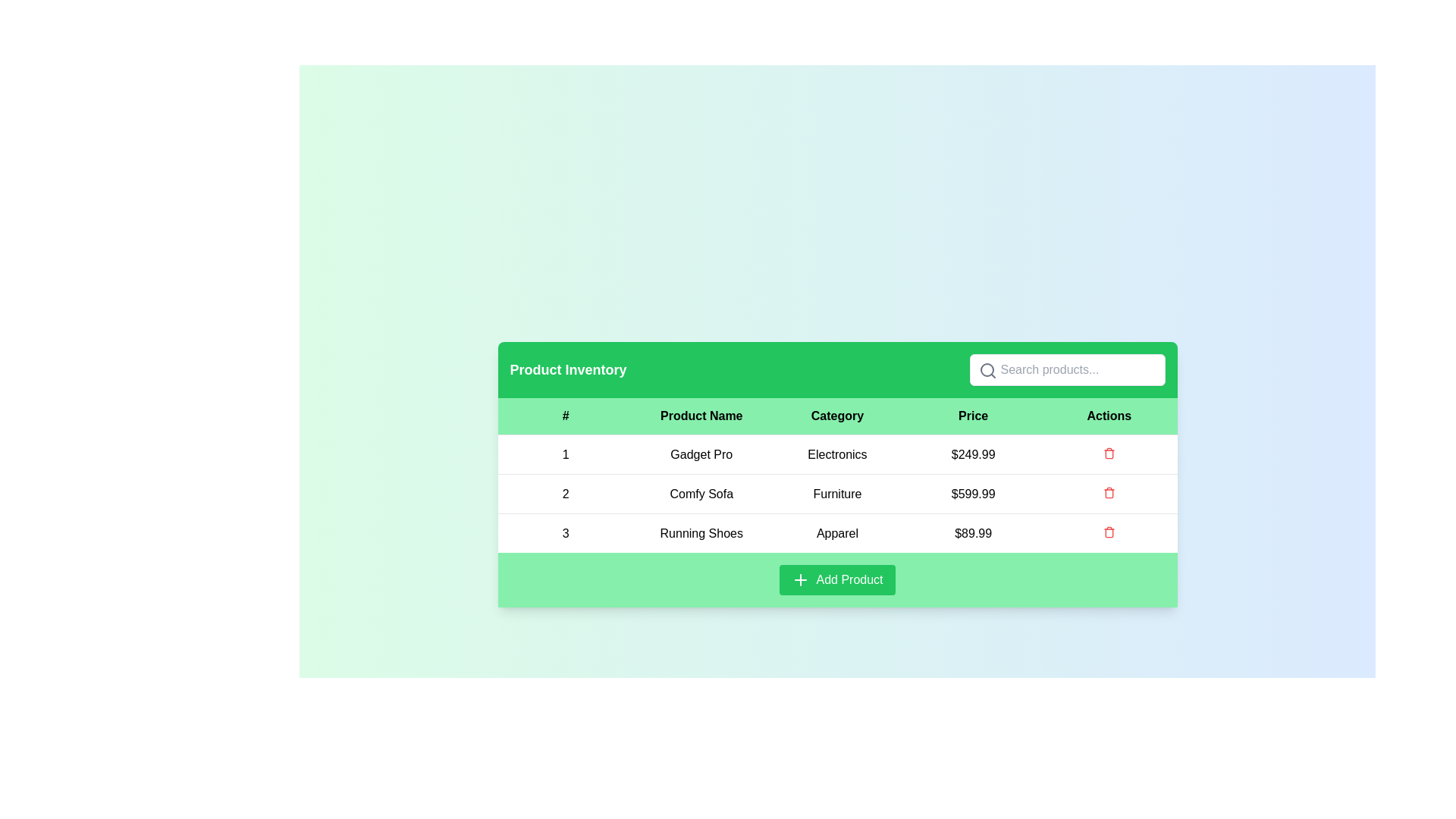 Image resolution: width=1456 pixels, height=819 pixels. I want to click on the Text Label that identifies the product category 'Gadget Pro', located in the third column of the first data row, adjacent to 'Gadget Pro' on the left and '$249.99' on the right, so click(836, 453).